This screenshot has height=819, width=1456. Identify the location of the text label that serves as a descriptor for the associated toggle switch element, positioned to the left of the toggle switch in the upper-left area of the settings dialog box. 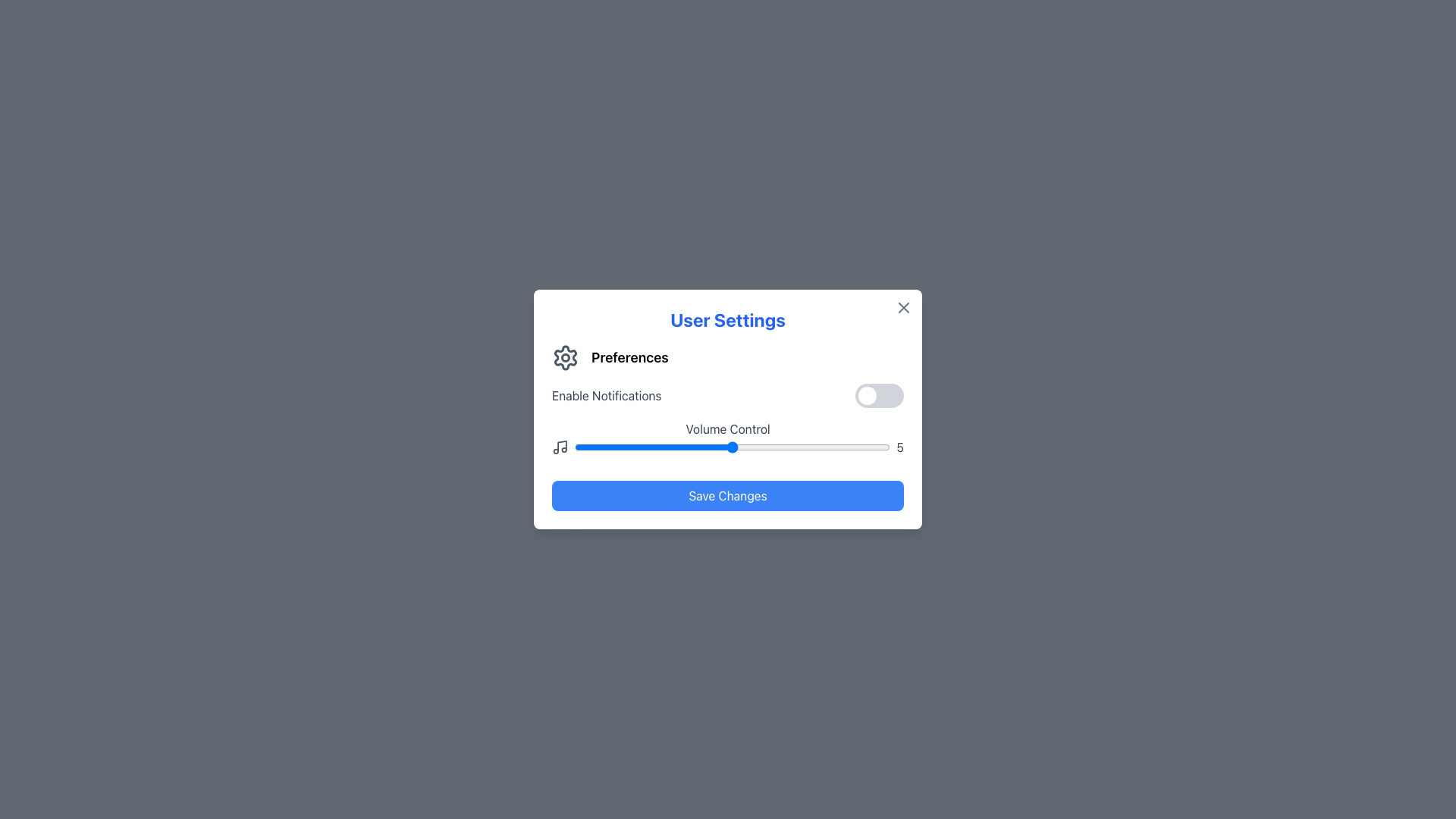
(607, 394).